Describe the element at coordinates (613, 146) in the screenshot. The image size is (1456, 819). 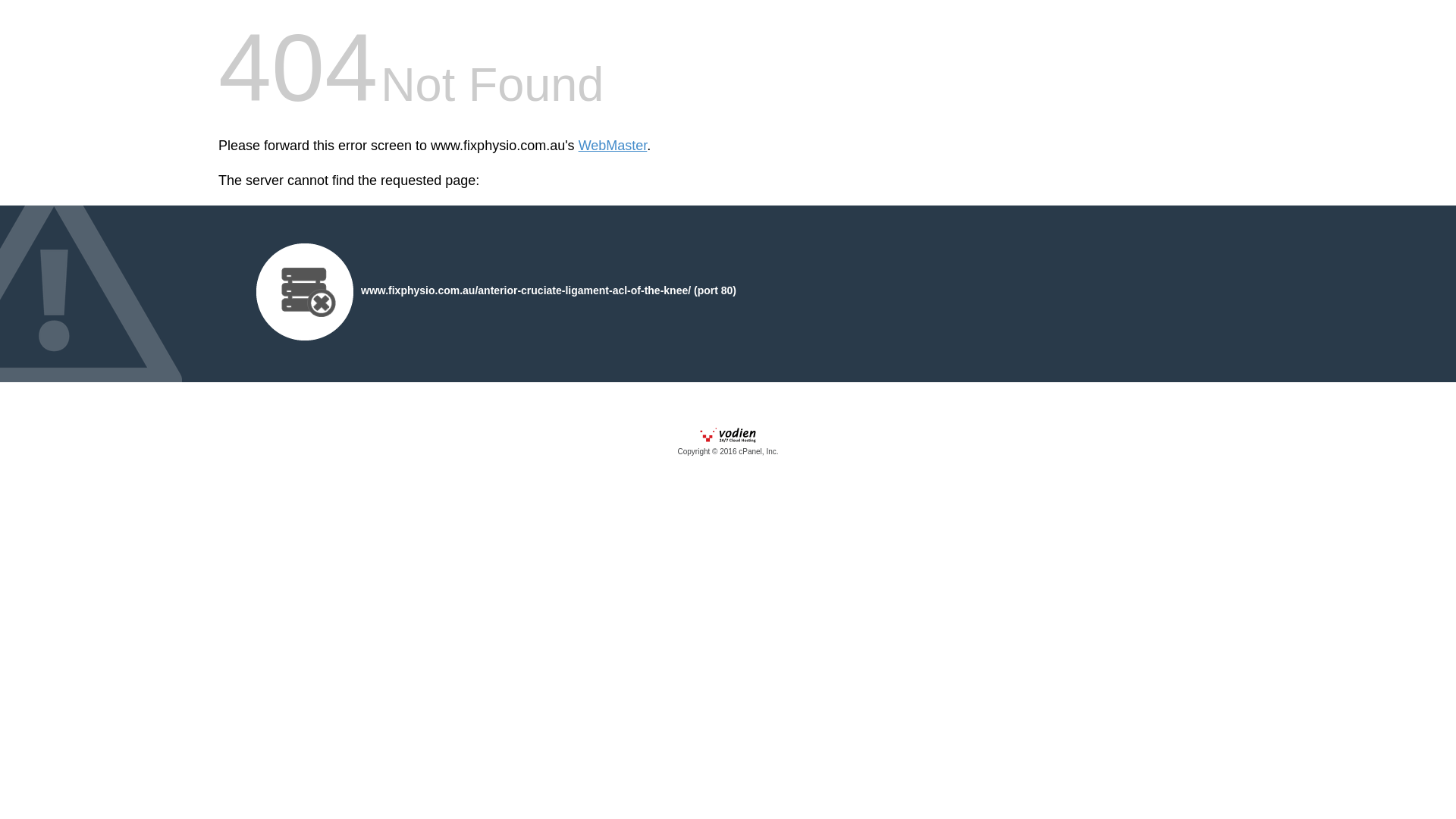
I see `'WebMaster'` at that location.